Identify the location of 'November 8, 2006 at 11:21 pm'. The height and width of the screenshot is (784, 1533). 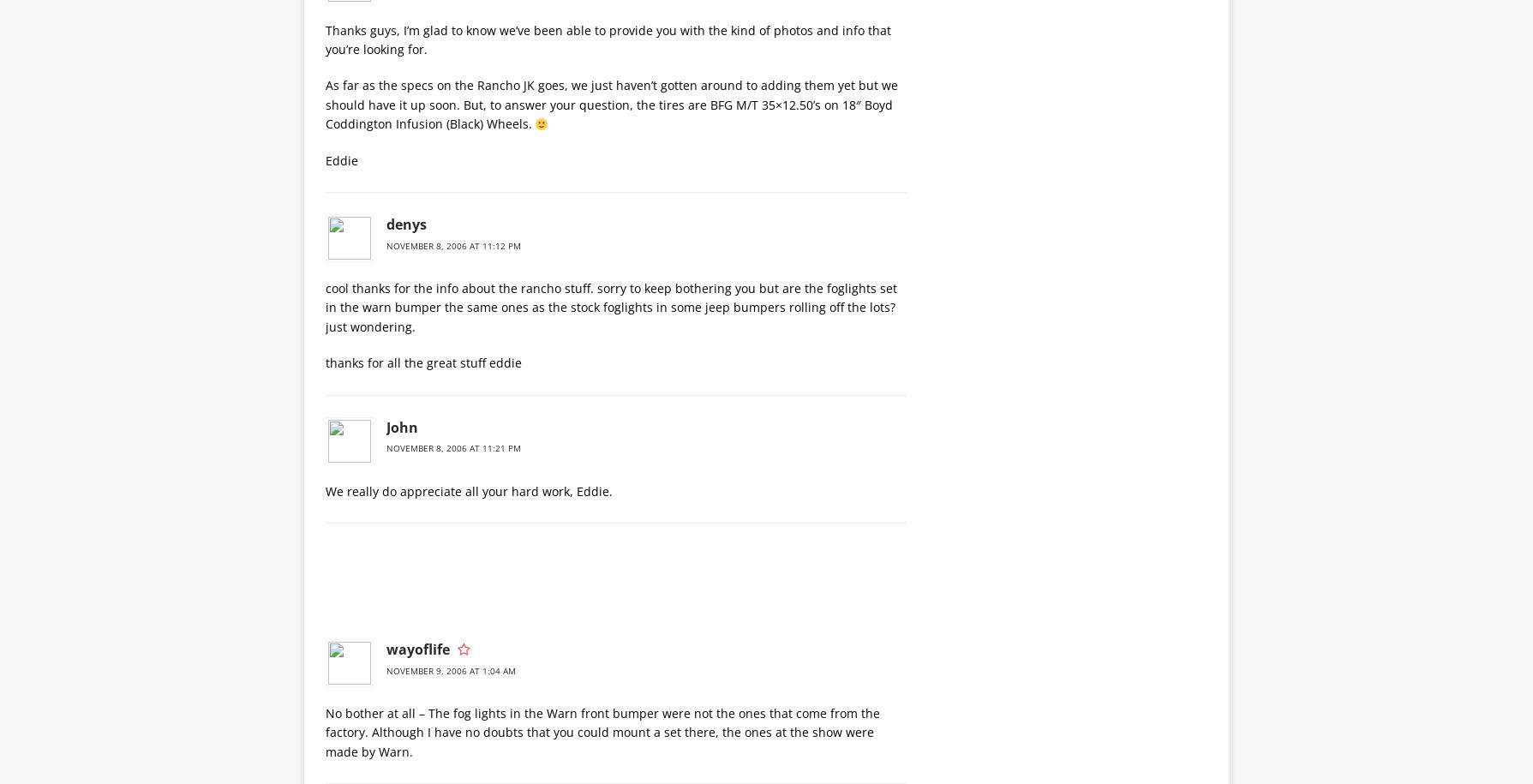
(452, 448).